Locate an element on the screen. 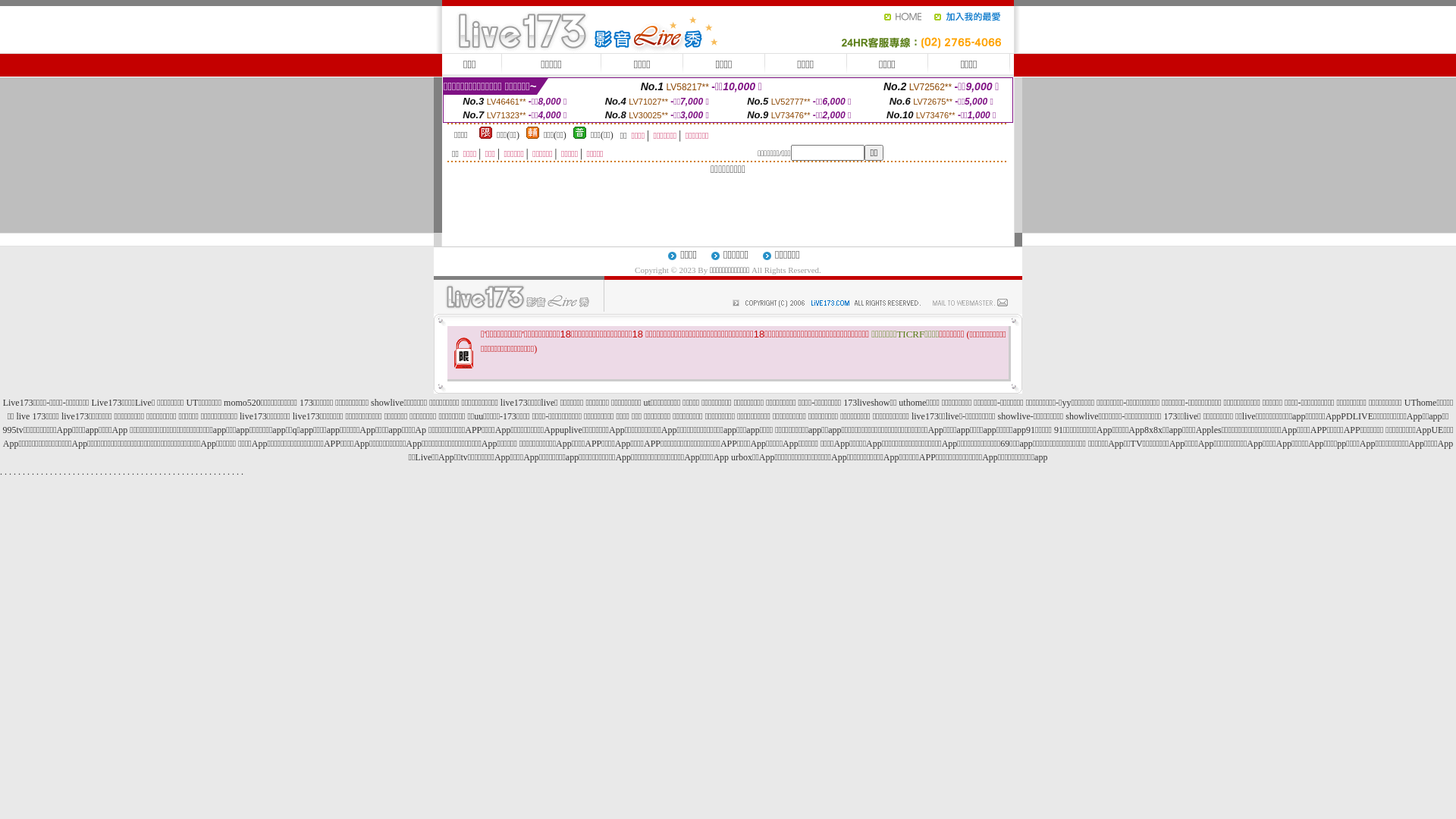  '.' is located at coordinates (68, 470).